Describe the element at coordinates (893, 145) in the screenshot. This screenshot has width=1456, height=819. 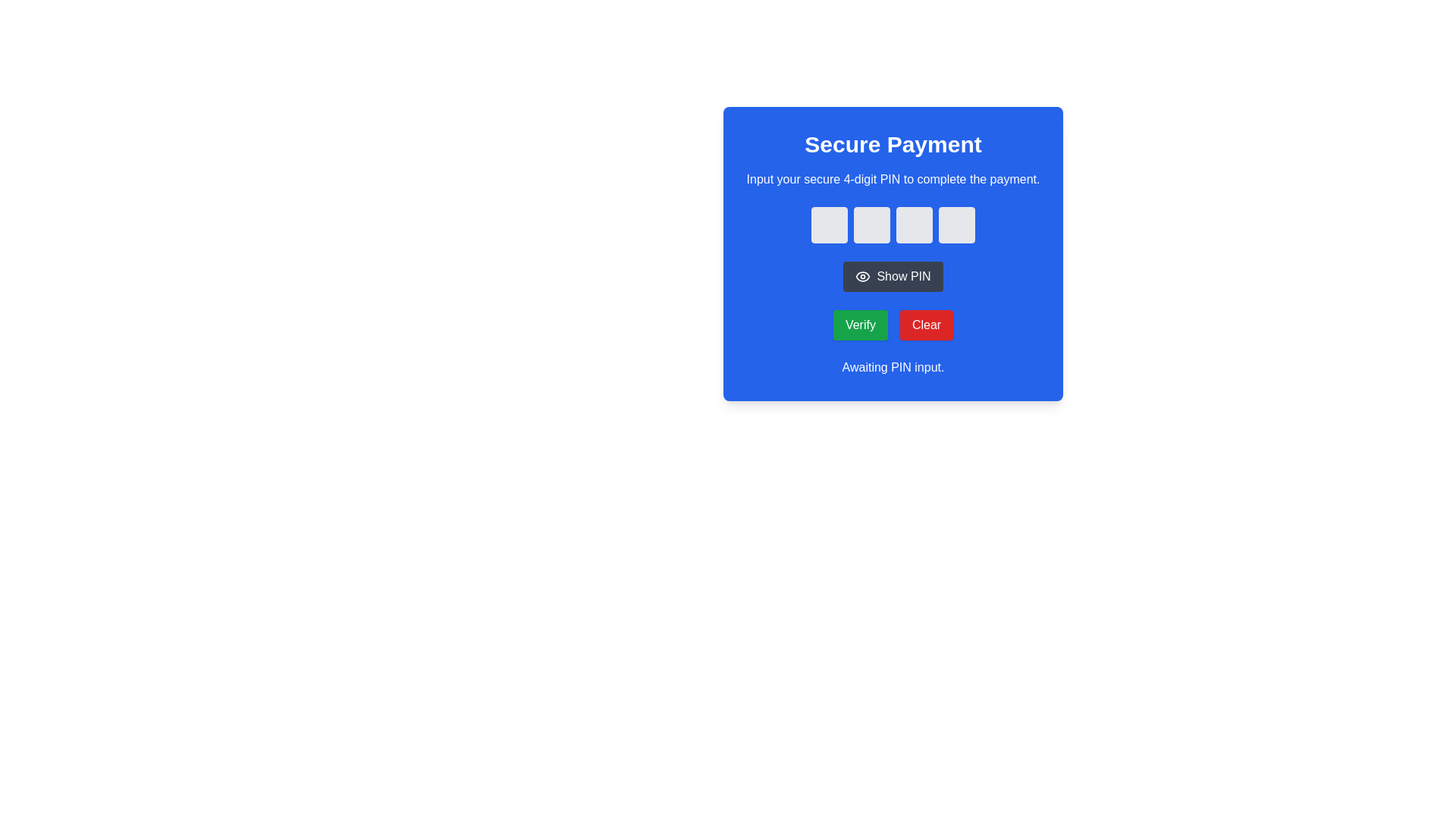
I see `the text label that serves as the title for the payment interface, which is centrally aligned at the top of the PIN input form section` at that location.